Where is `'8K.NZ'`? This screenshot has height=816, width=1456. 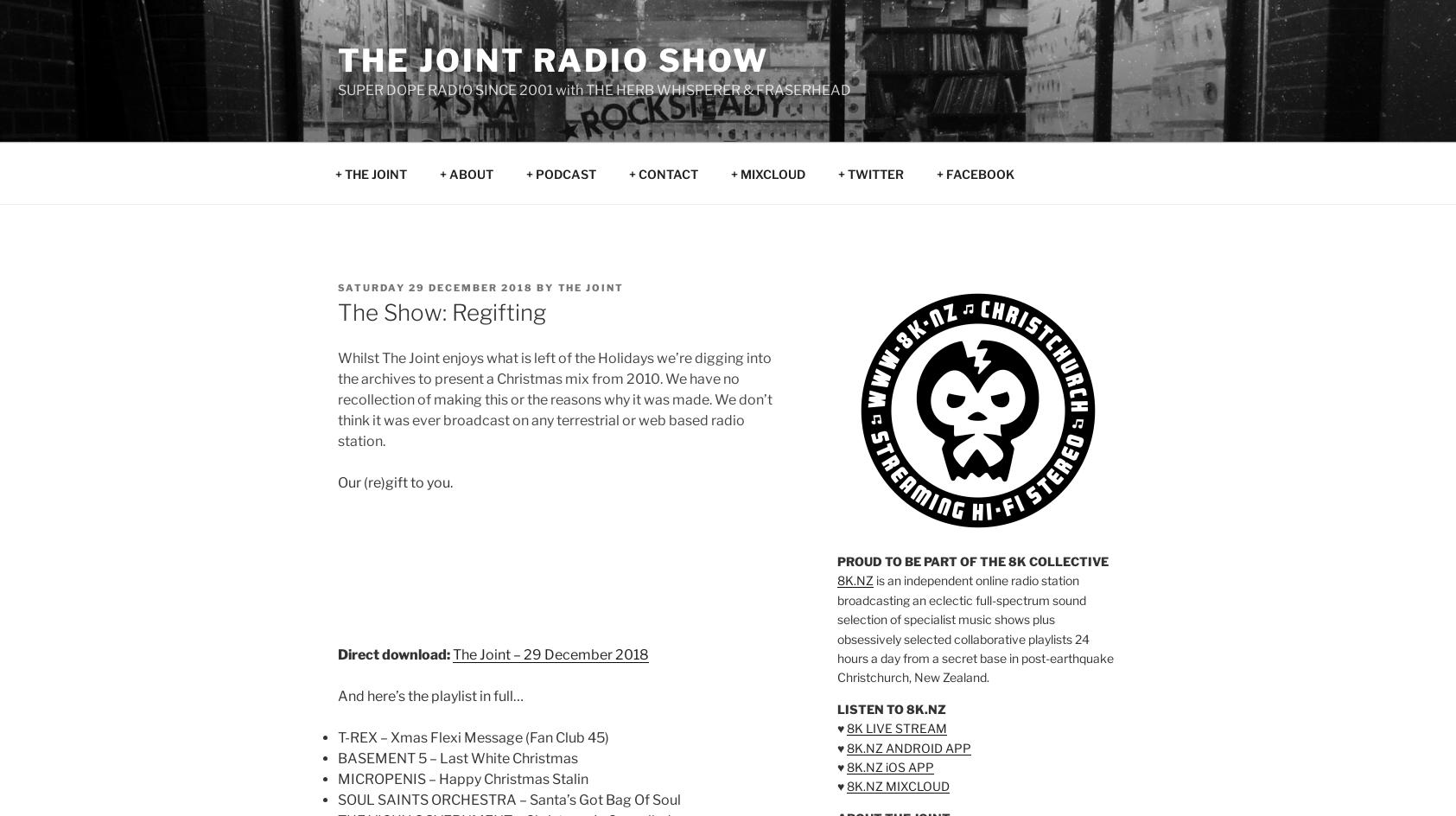
'8K.NZ' is located at coordinates (855, 579).